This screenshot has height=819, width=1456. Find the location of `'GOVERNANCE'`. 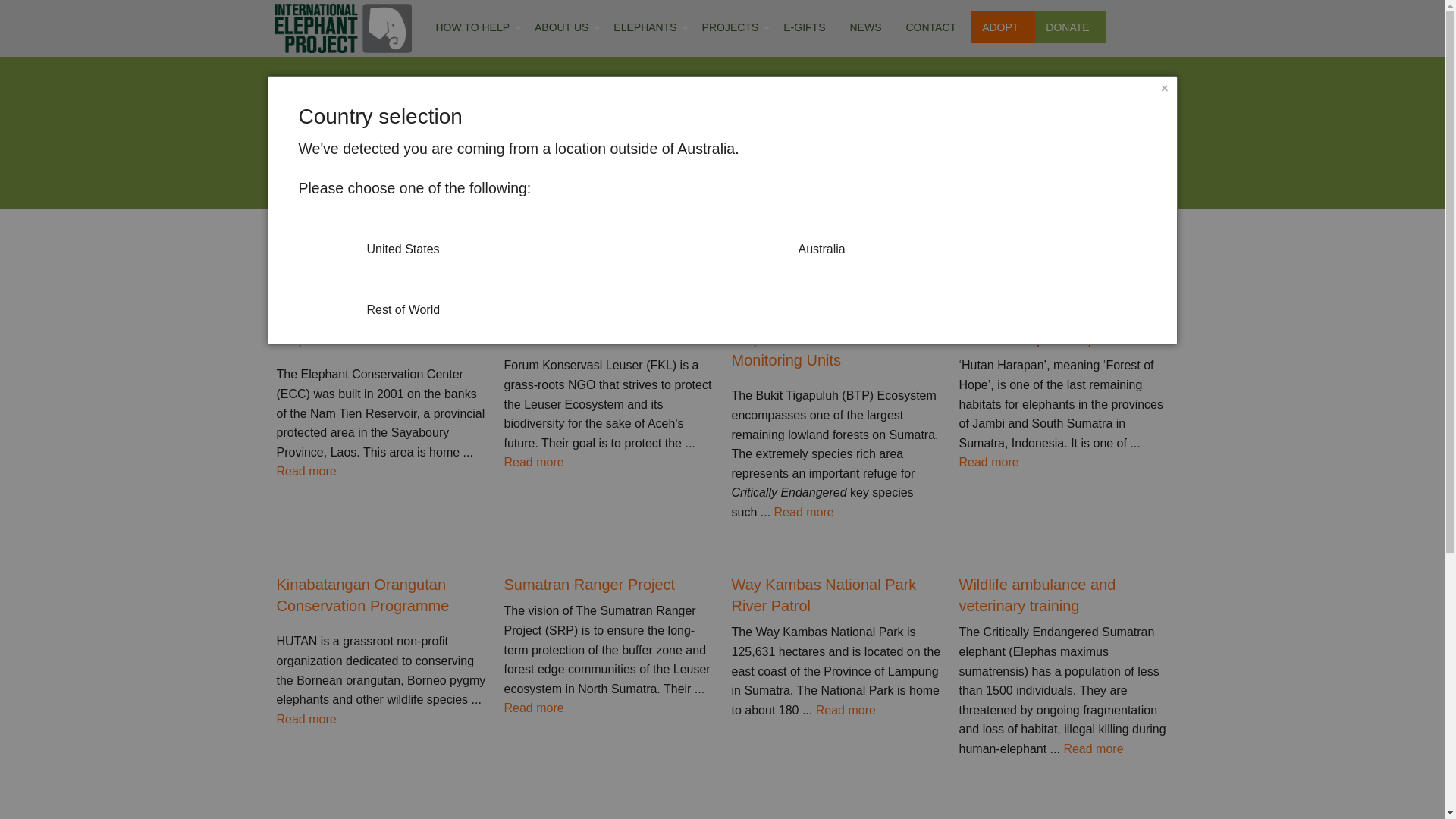

'GOVERNANCE' is located at coordinates (560, 73).